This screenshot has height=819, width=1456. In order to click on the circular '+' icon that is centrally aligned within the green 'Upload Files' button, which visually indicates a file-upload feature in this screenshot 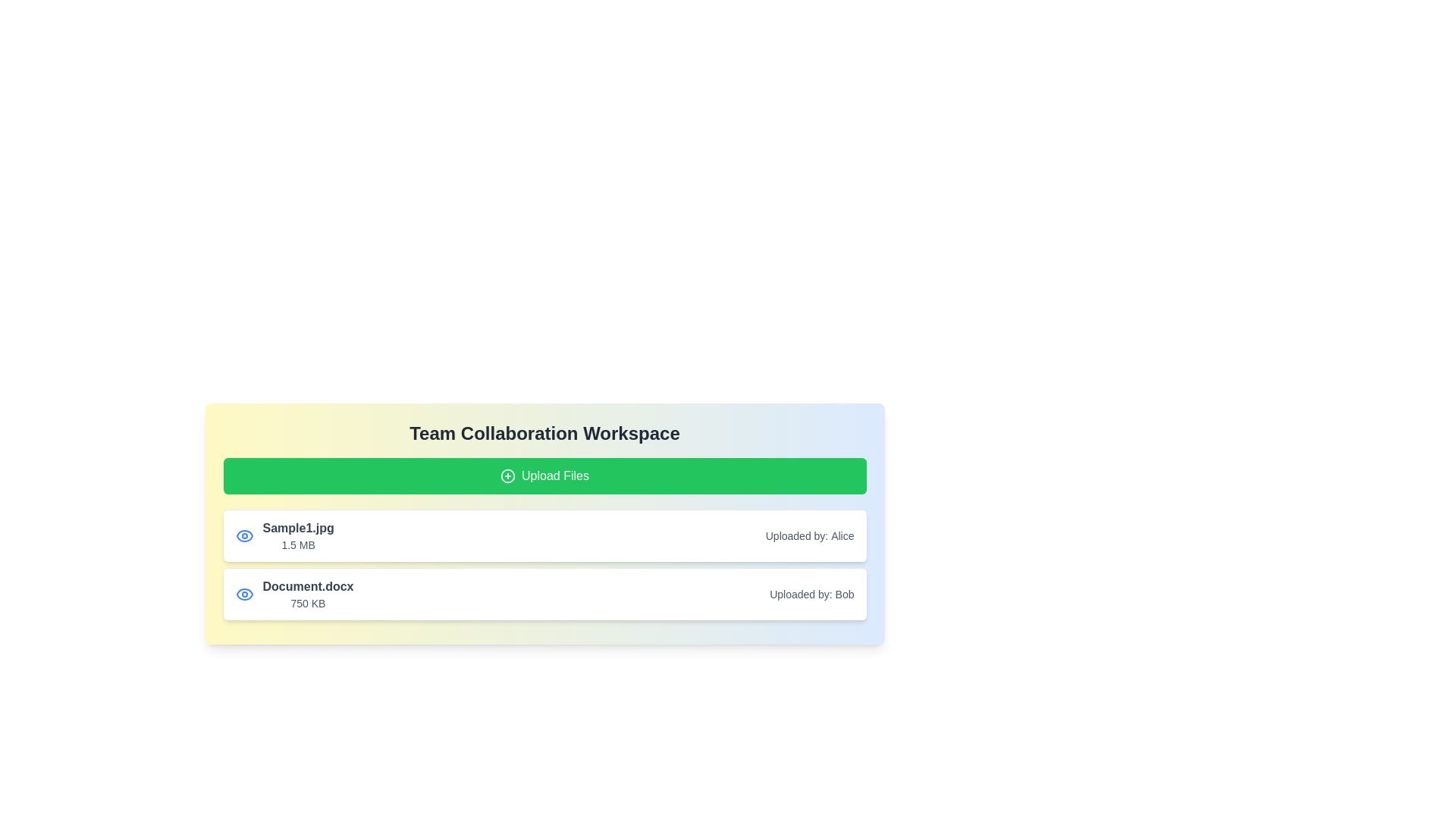, I will do `click(508, 475)`.